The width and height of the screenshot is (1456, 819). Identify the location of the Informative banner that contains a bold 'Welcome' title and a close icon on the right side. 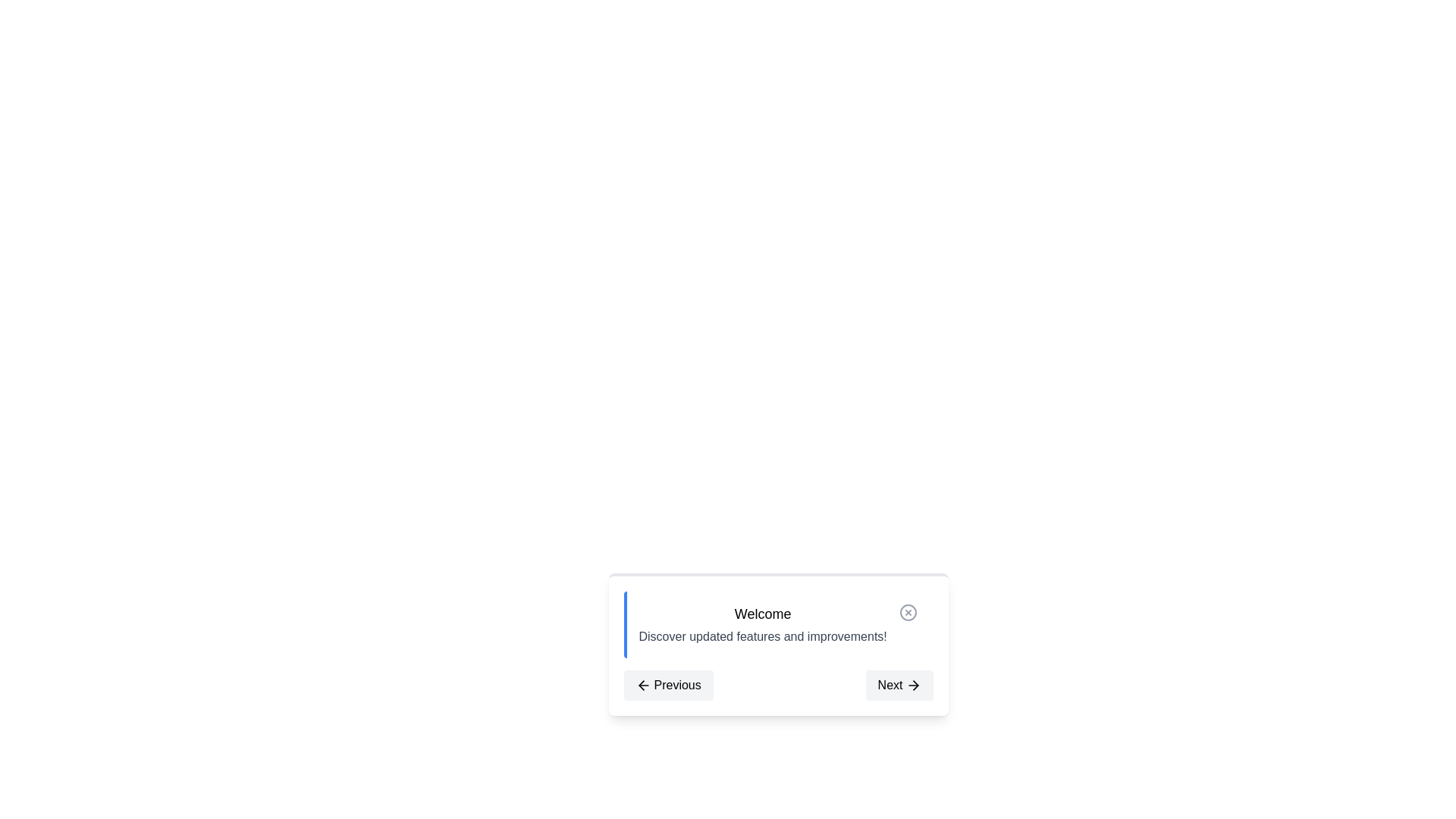
(778, 625).